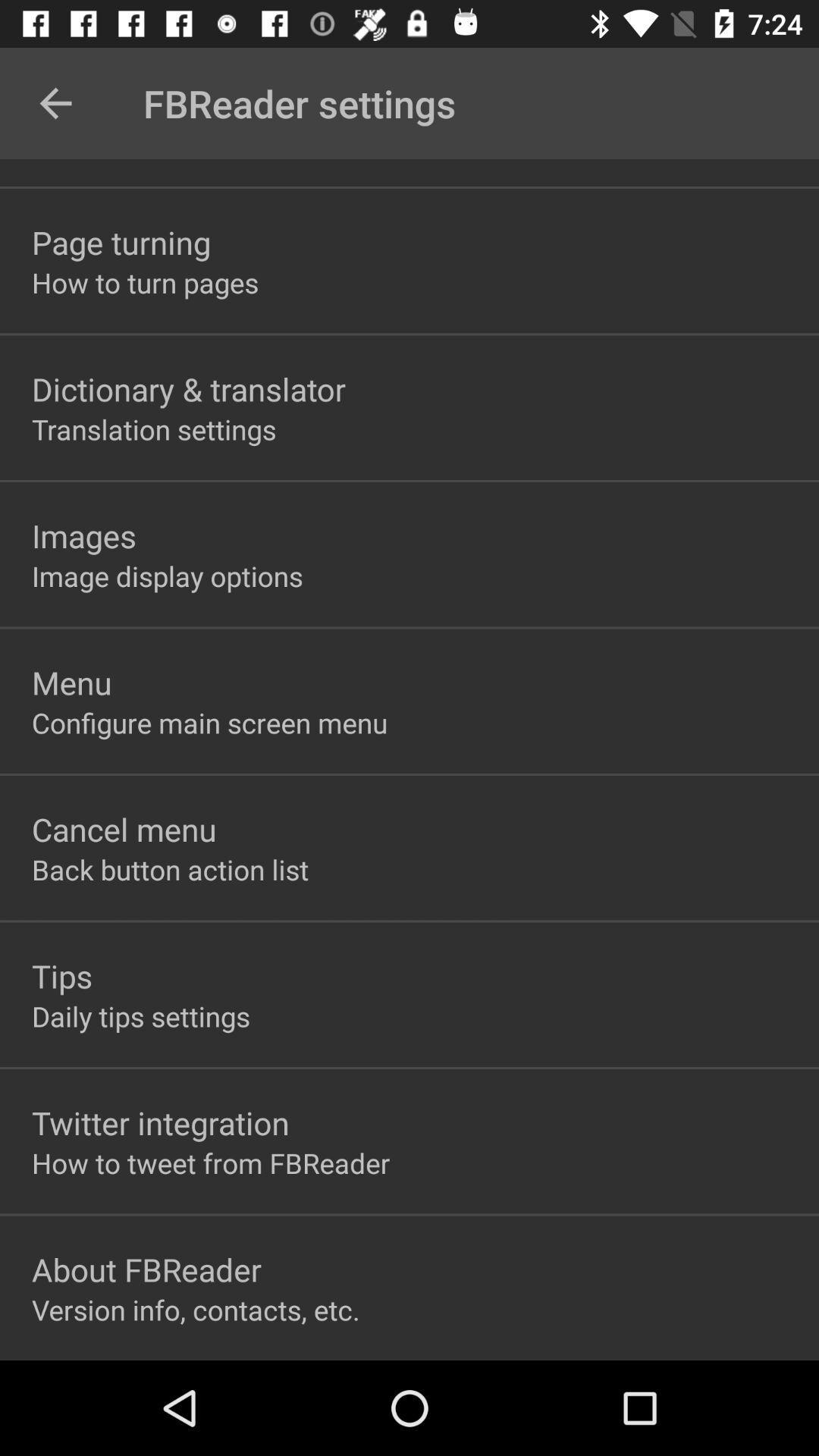 Image resolution: width=819 pixels, height=1456 pixels. I want to click on the icon below the cancel menu, so click(170, 869).